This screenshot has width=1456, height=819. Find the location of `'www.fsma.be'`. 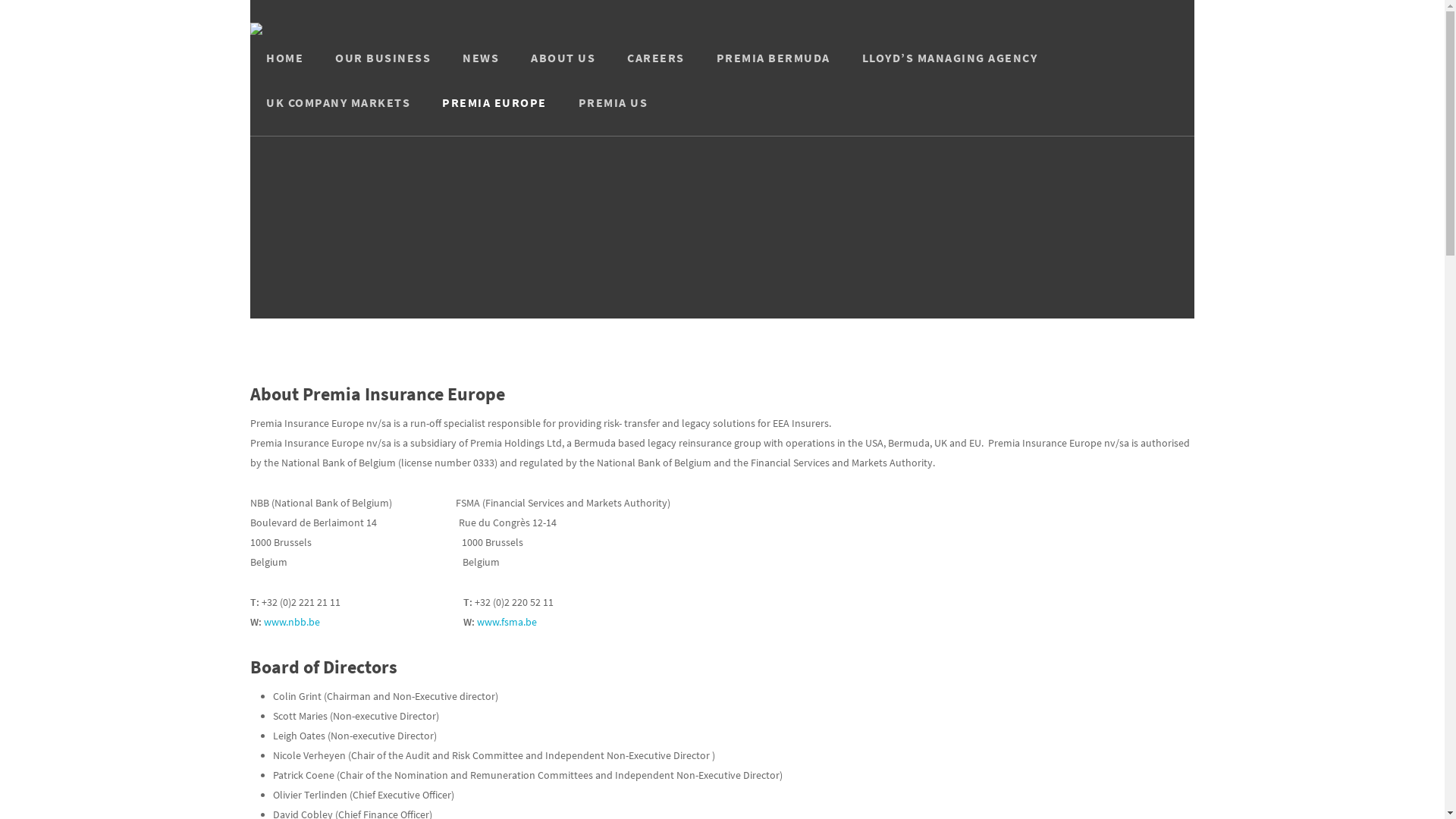

'www.fsma.be' is located at coordinates (507, 622).